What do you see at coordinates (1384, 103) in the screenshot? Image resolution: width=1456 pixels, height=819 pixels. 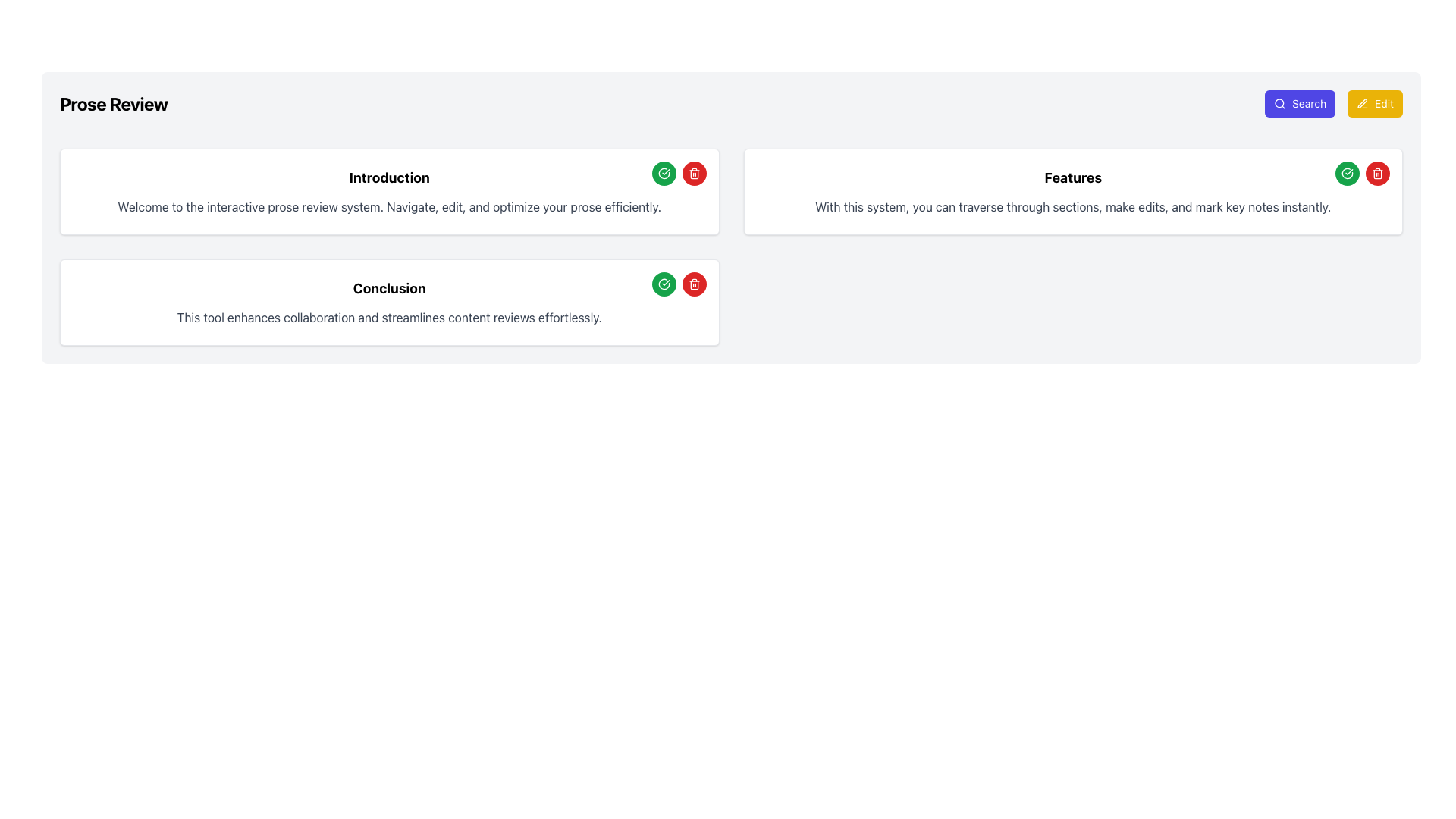 I see `the 'Edit' text label within the yellow button located in the top-right corner of the interface` at bounding box center [1384, 103].